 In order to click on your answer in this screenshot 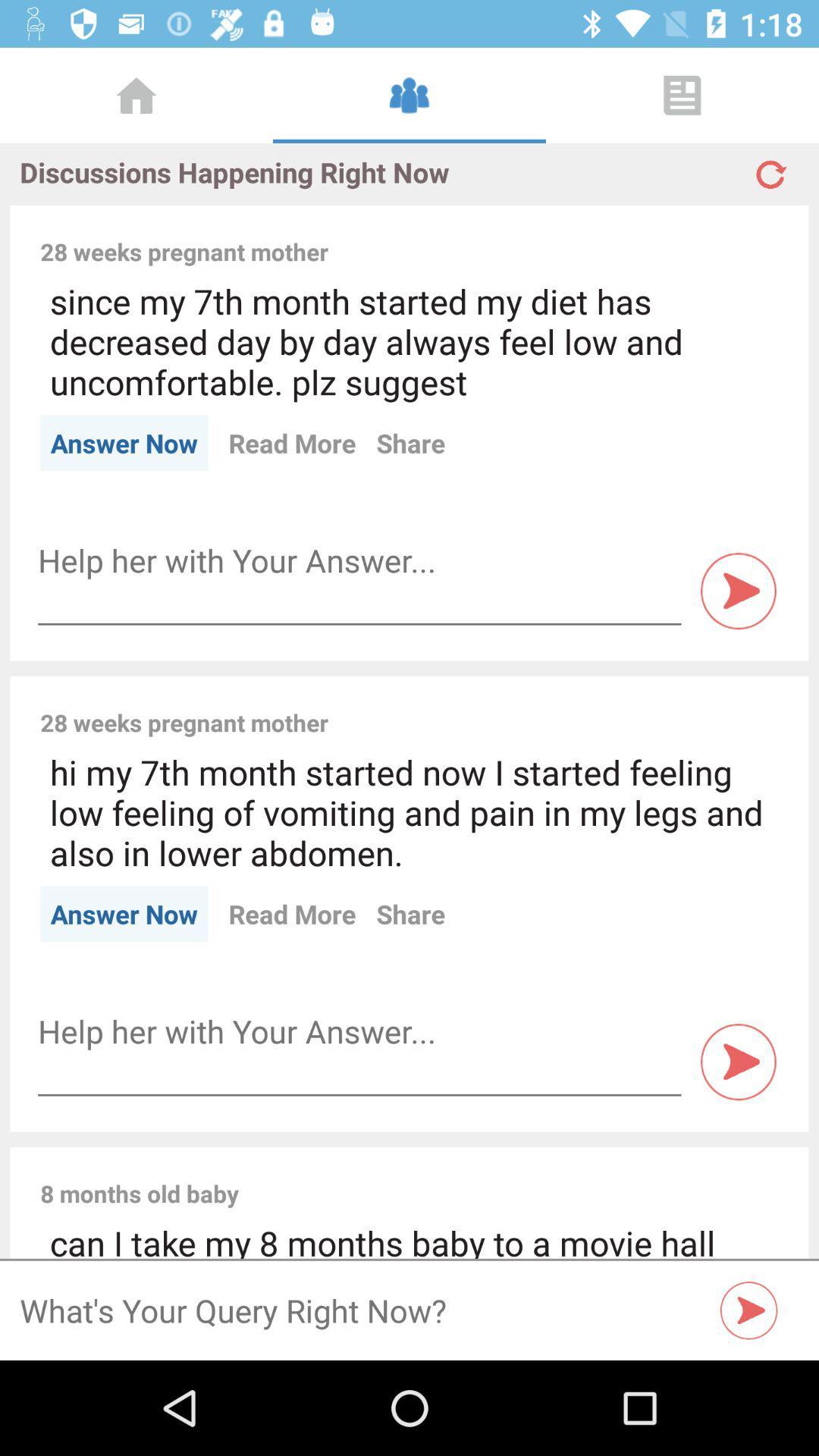, I will do `click(359, 560)`.